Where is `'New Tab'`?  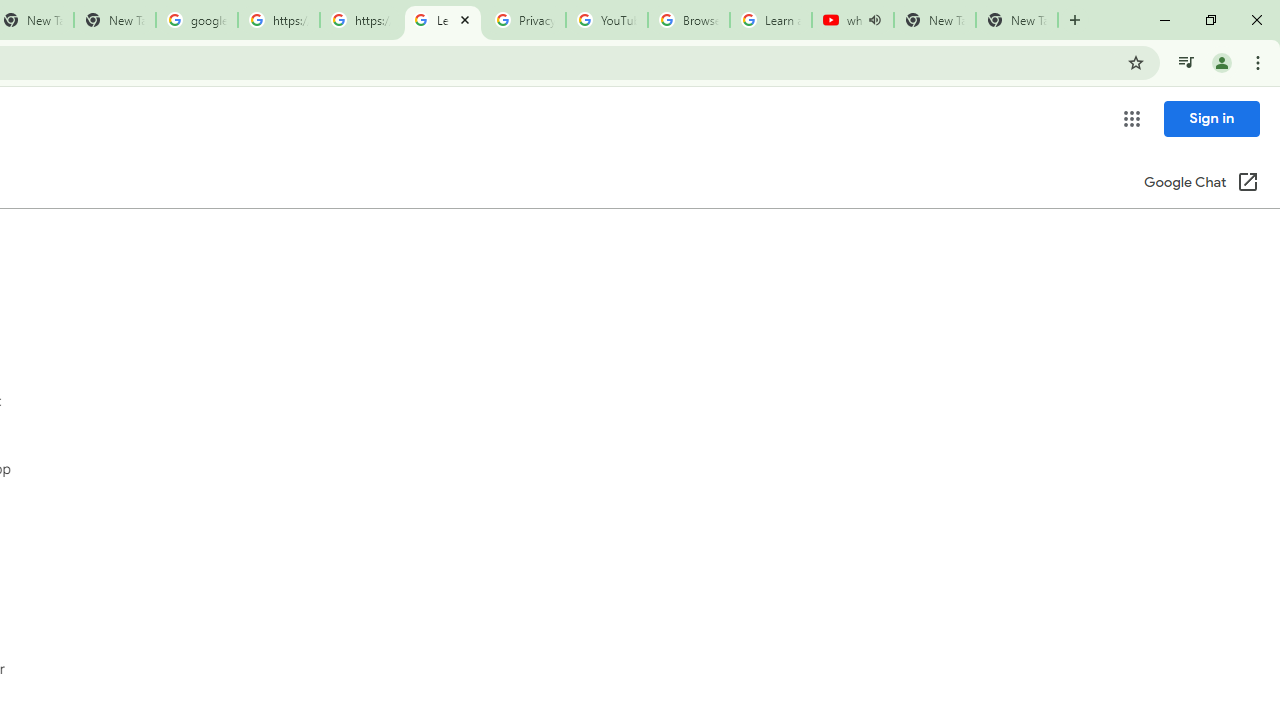 'New Tab' is located at coordinates (1016, 20).